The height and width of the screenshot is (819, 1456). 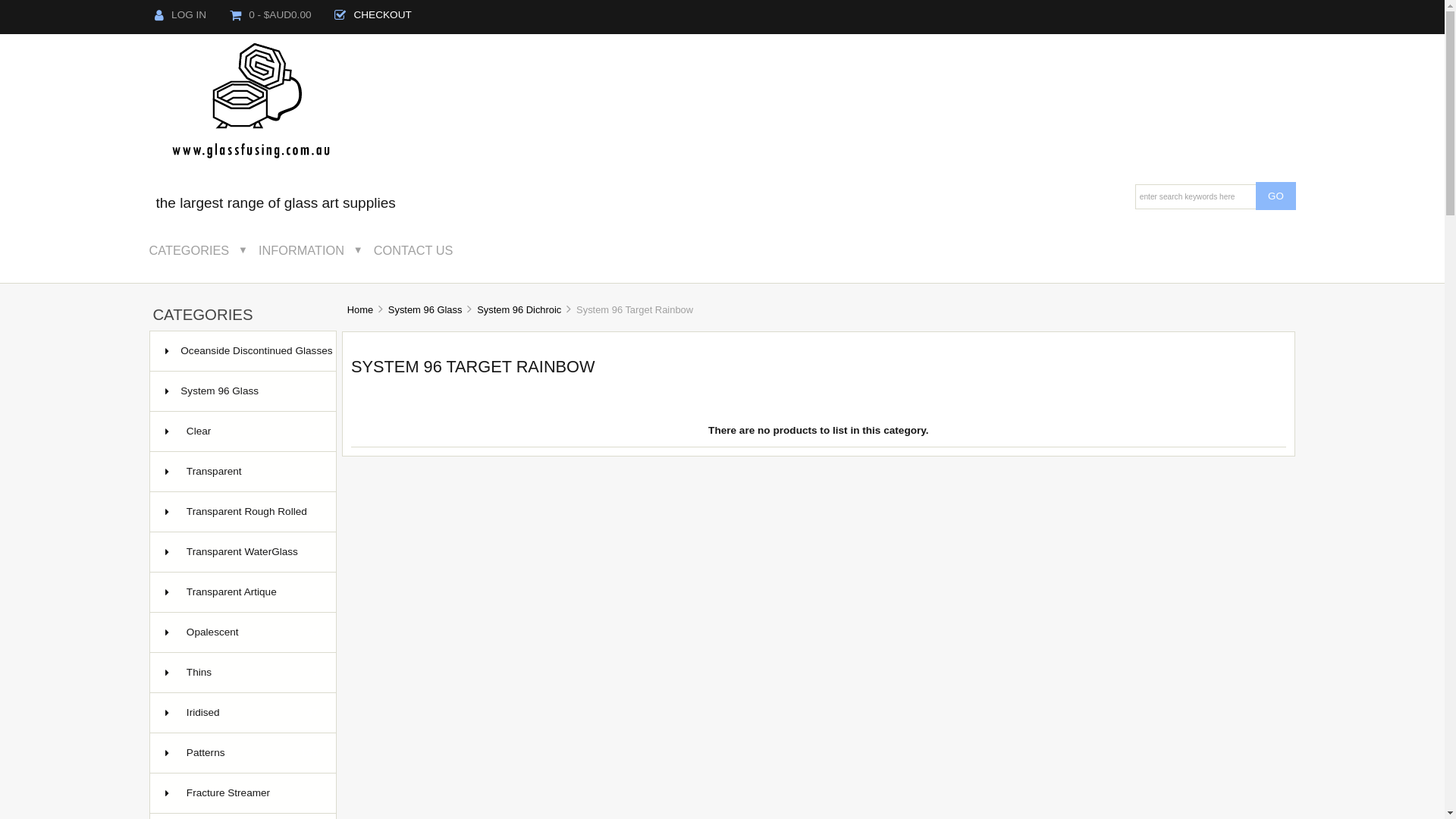 I want to click on 'Checkout', so click(x=339, y=14).